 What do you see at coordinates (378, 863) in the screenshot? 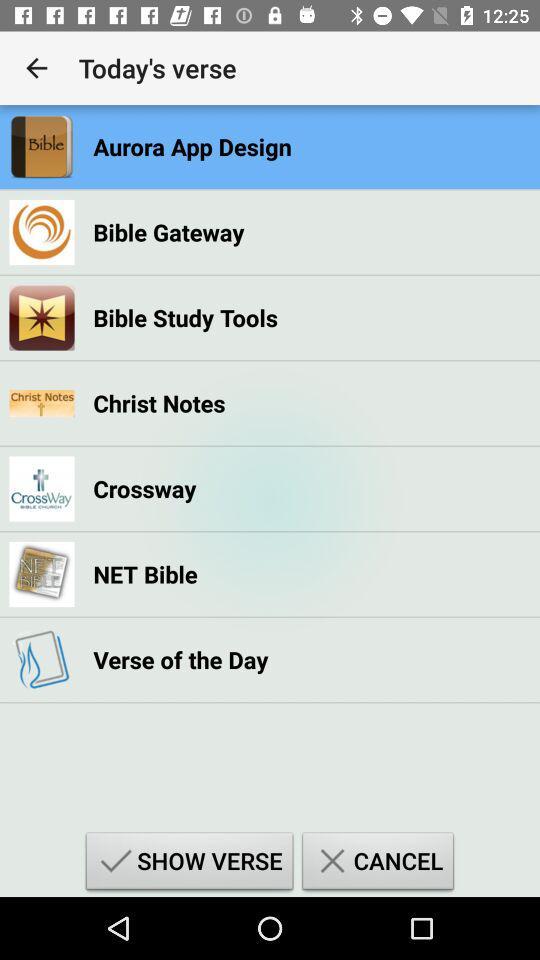
I see `icon to the right of show verse` at bounding box center [378, 863].